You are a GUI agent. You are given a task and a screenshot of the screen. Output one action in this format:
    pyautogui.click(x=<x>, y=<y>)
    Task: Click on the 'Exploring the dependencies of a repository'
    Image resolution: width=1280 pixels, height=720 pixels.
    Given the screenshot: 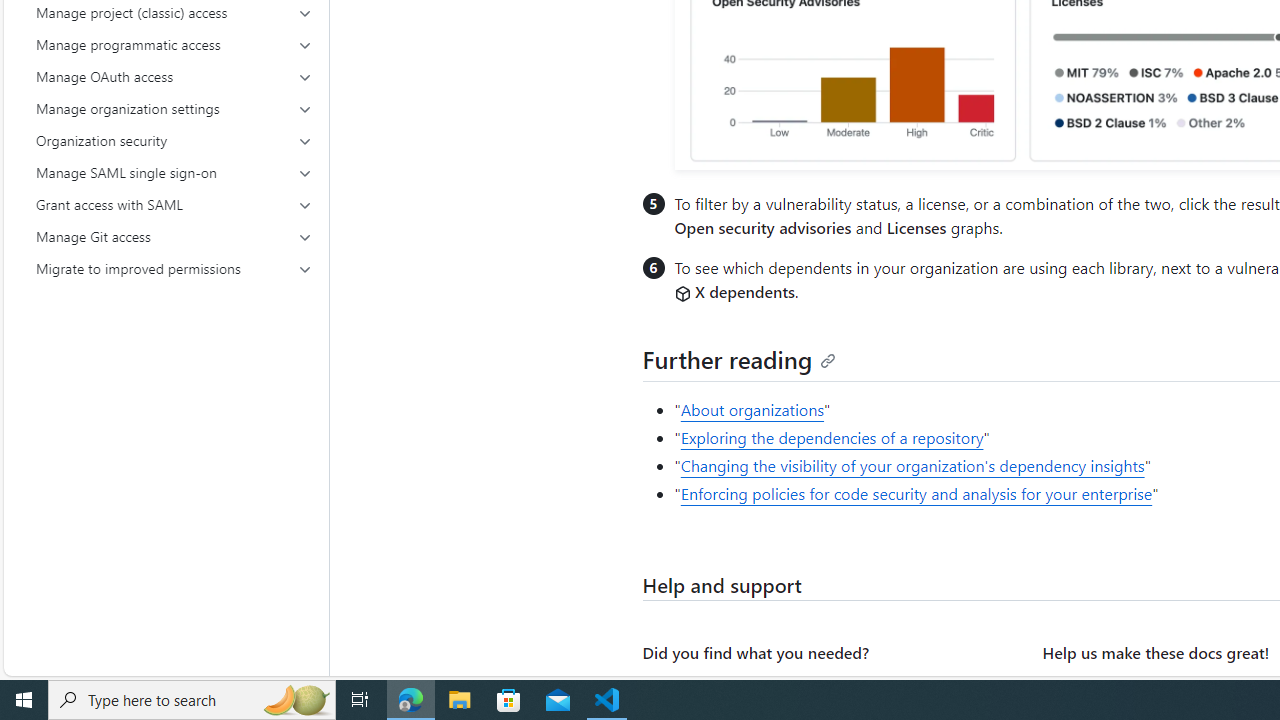 What is the action you would take?
    pyautogui.click(x=832, y=437)
    